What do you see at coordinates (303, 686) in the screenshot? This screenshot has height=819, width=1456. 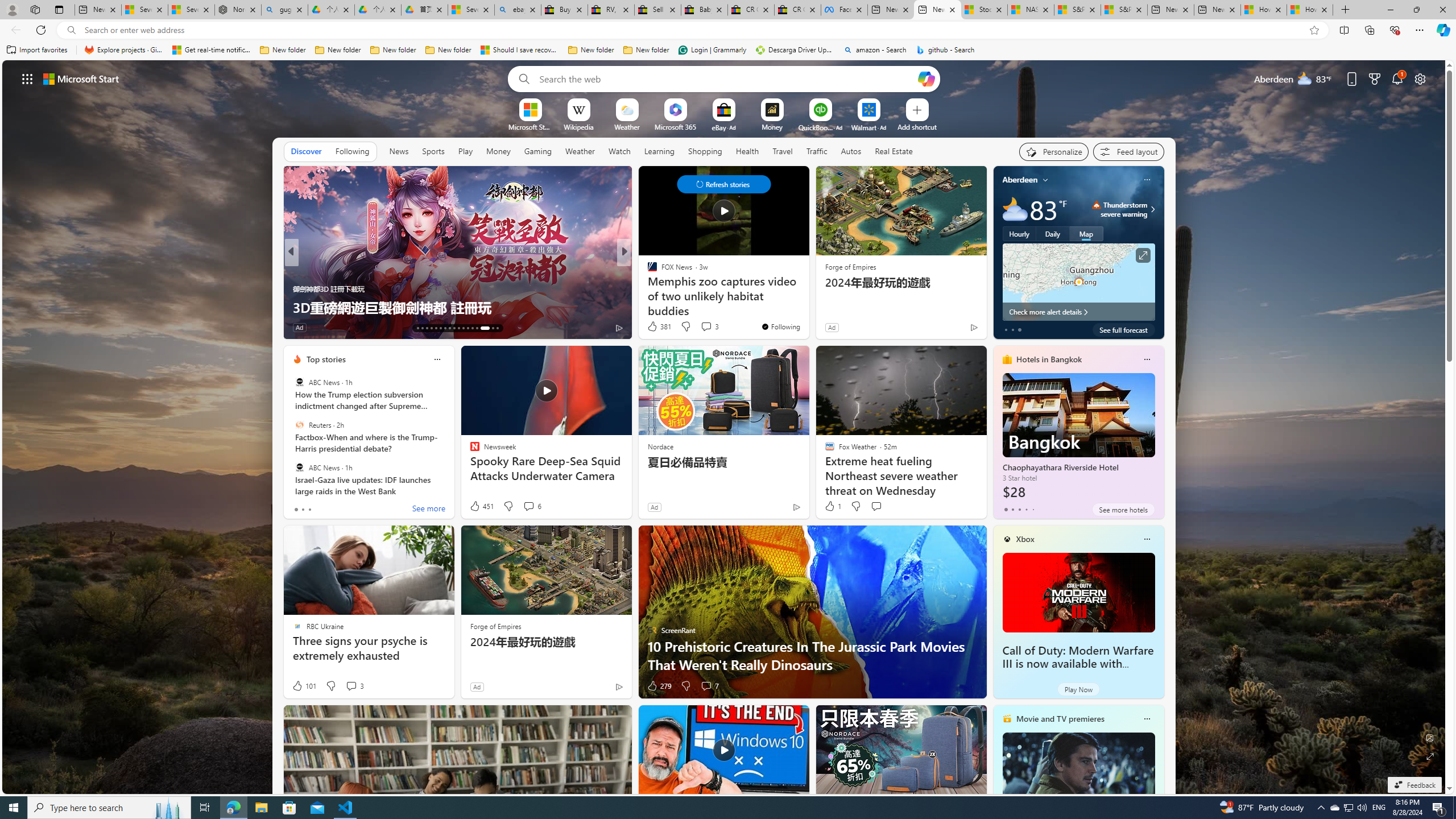 I see `'101 Like'` at bounding box center [303, 686].